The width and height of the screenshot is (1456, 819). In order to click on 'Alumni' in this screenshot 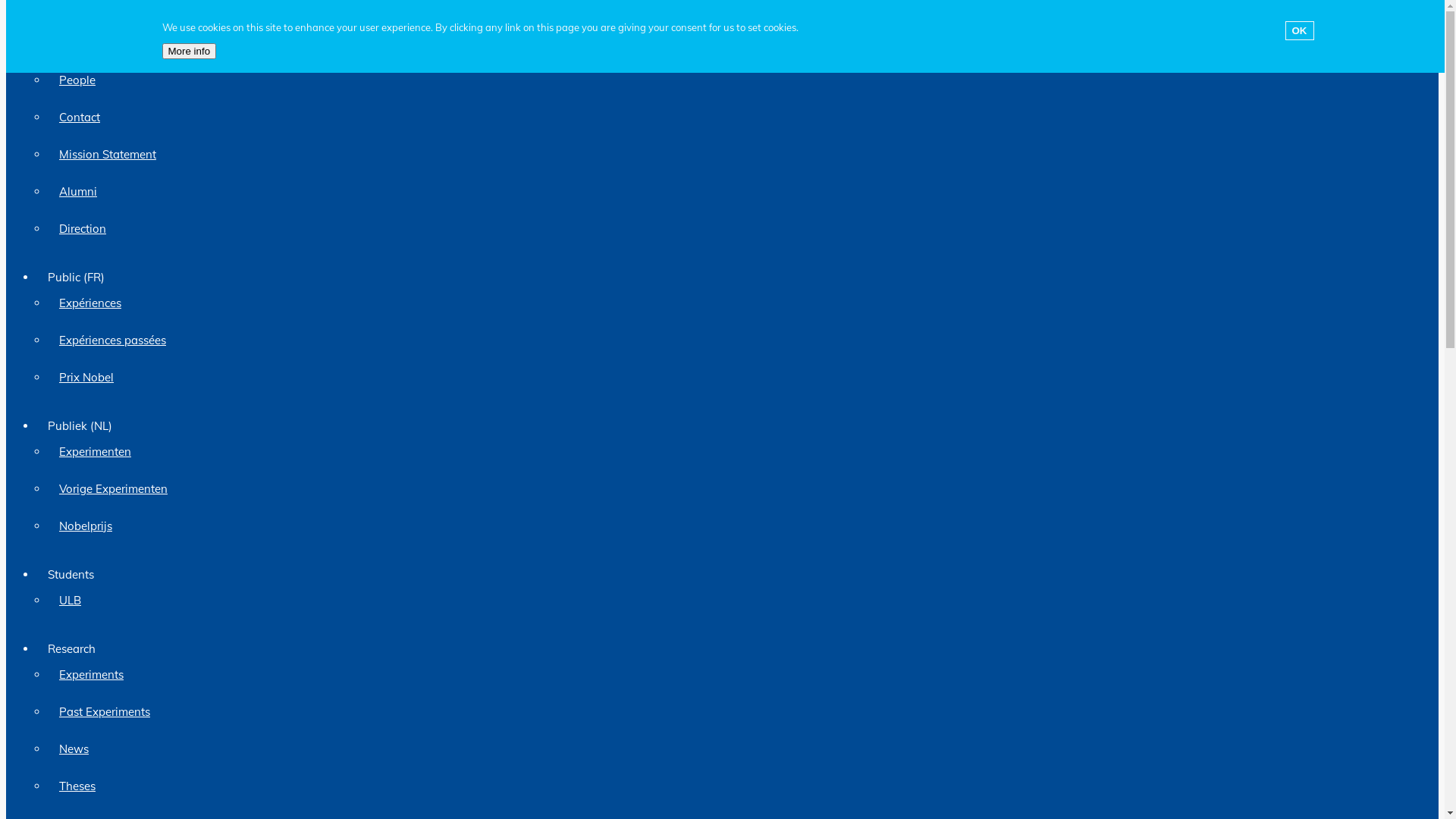, I will do `click(58, 190)`.